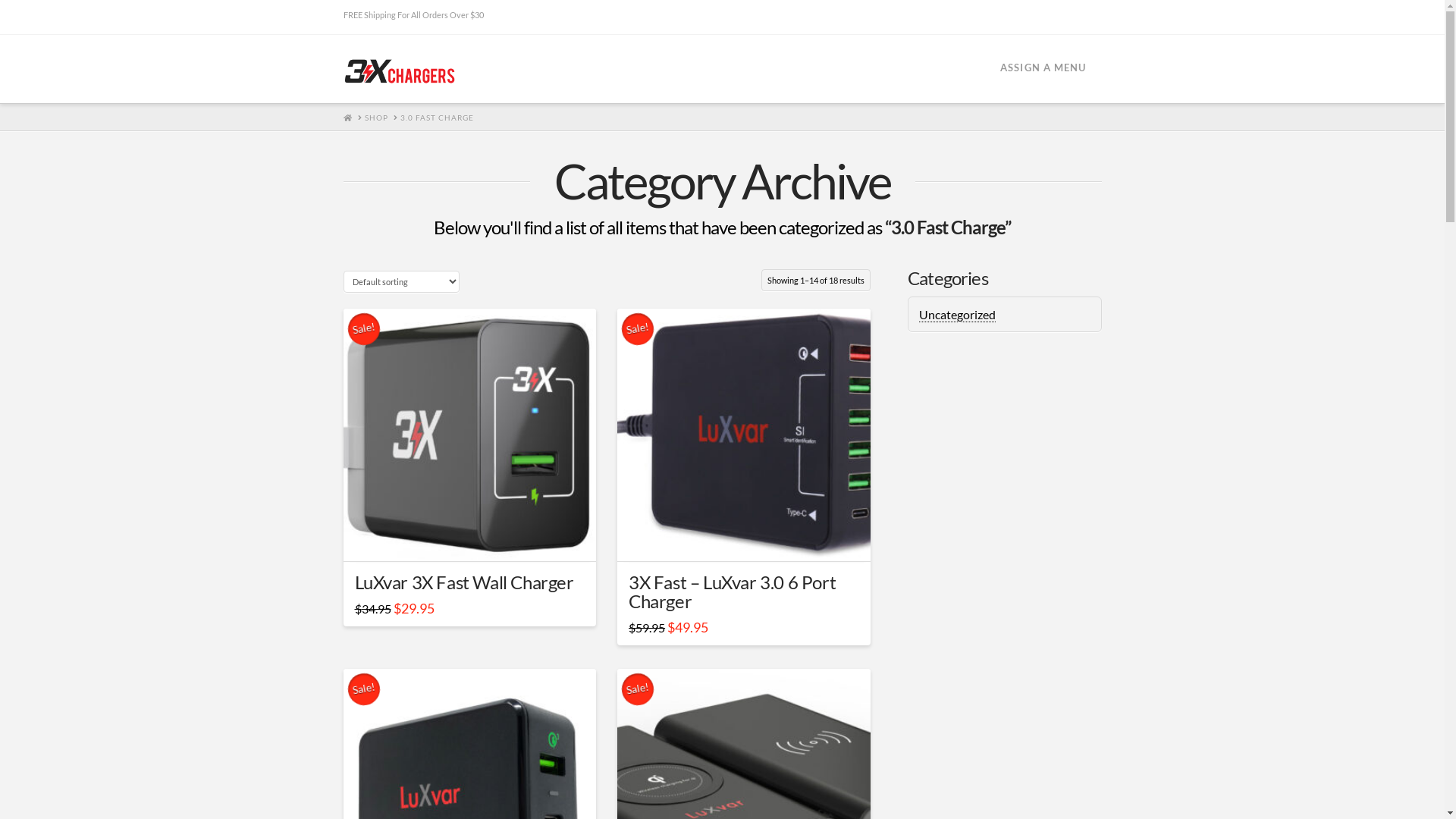  Describe the element at coordinates (436, 116) in the screenshot. I see `'3.0 FAST CHARGE'` at that location.